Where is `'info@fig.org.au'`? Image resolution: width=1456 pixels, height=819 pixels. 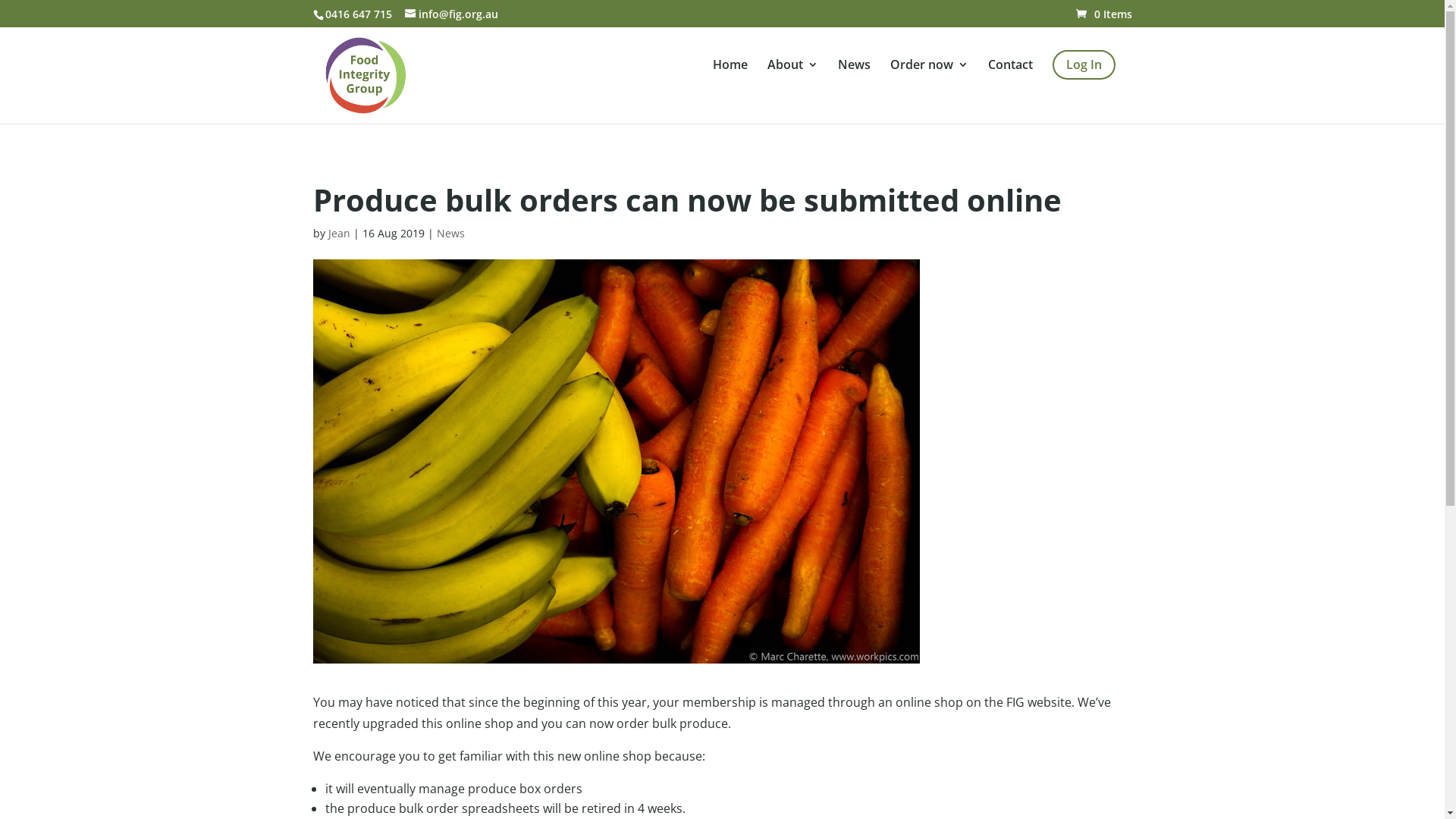
'info@fig.org.au' is located at coordinates (450, 13).